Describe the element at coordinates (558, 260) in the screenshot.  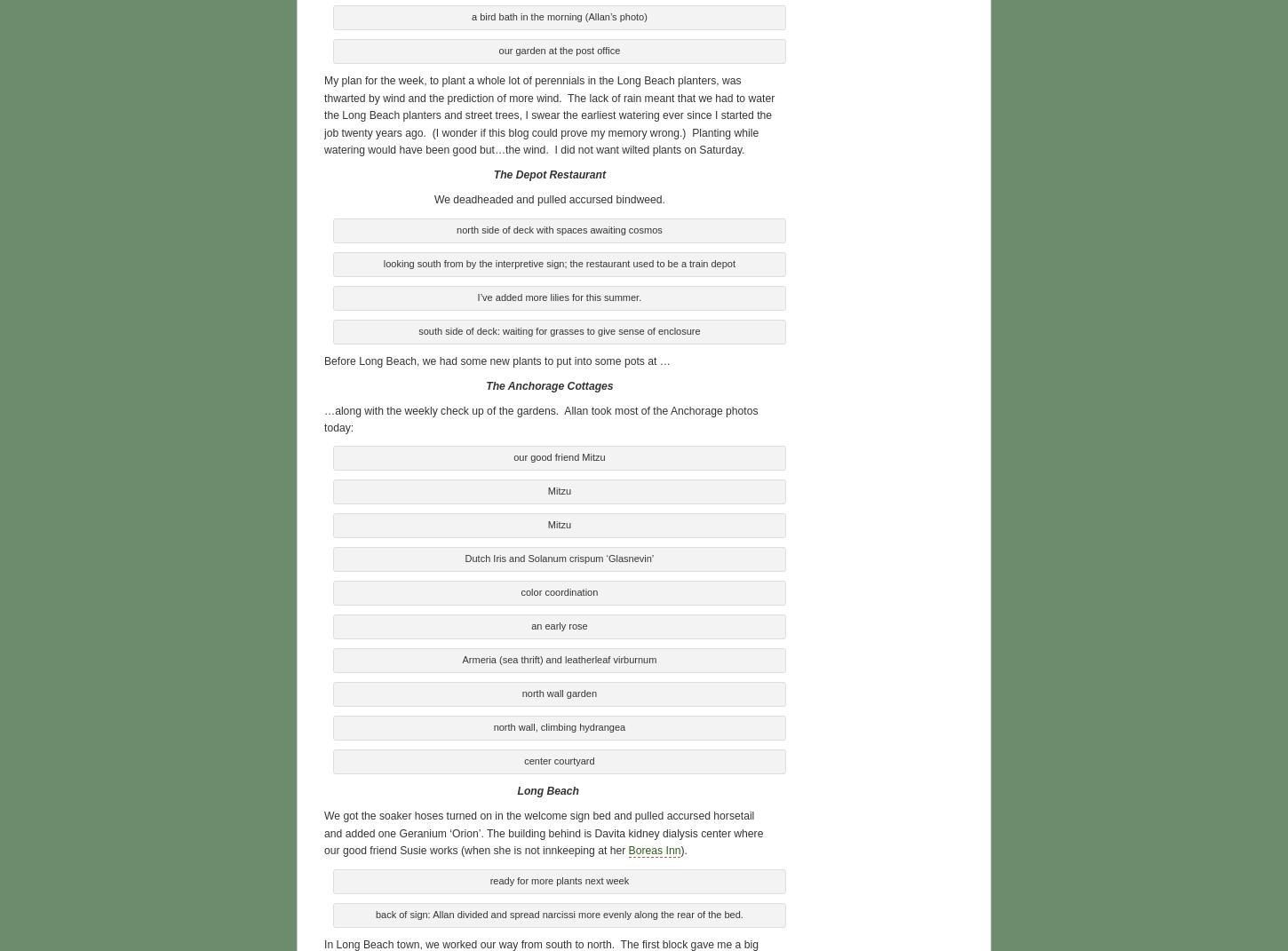
I see `'looking south from by the interpretive sign; the restaurant used to be a train depot'` at that location.